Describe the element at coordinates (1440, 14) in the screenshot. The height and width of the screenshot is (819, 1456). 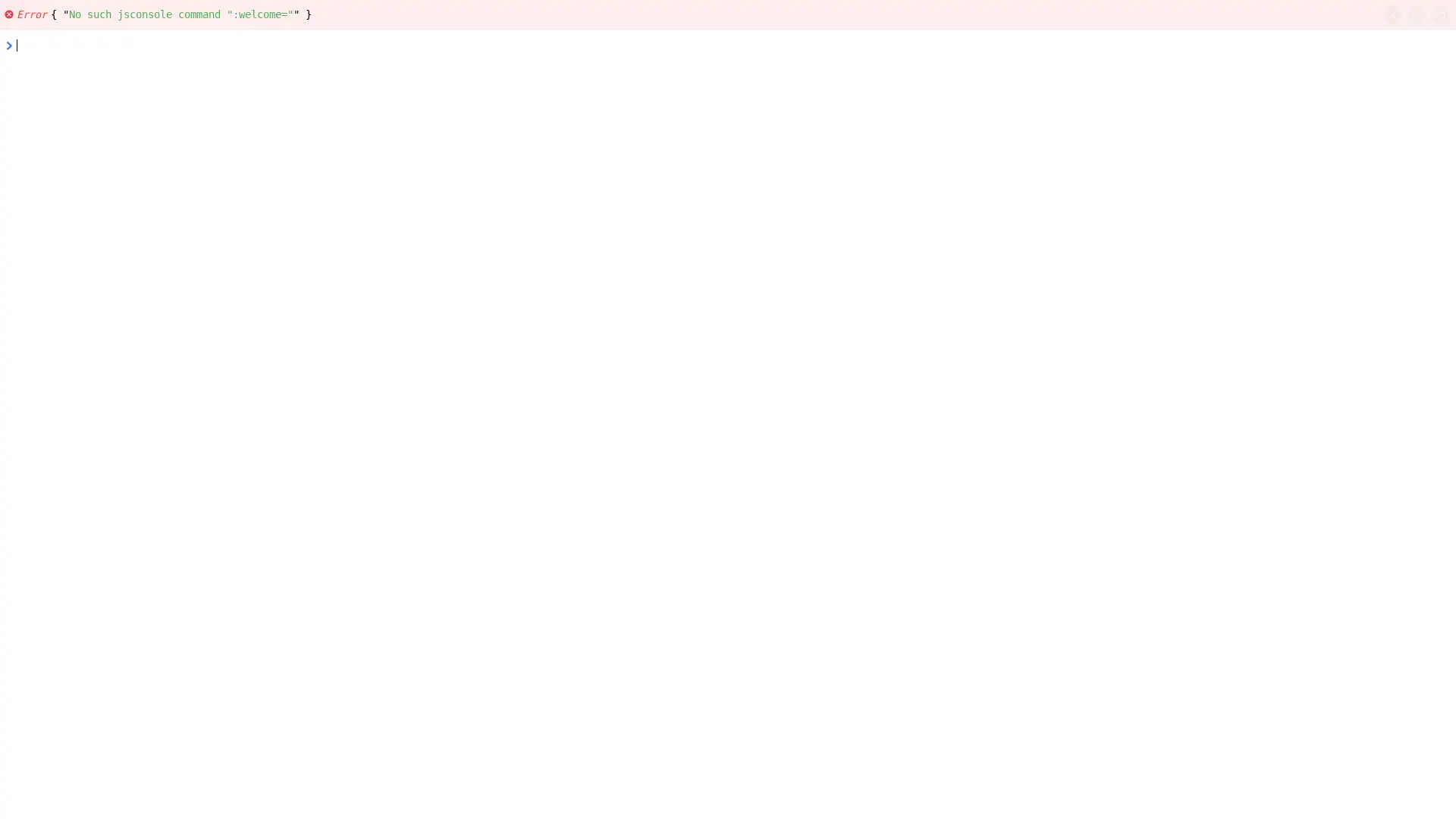
I see `copy` at that location.